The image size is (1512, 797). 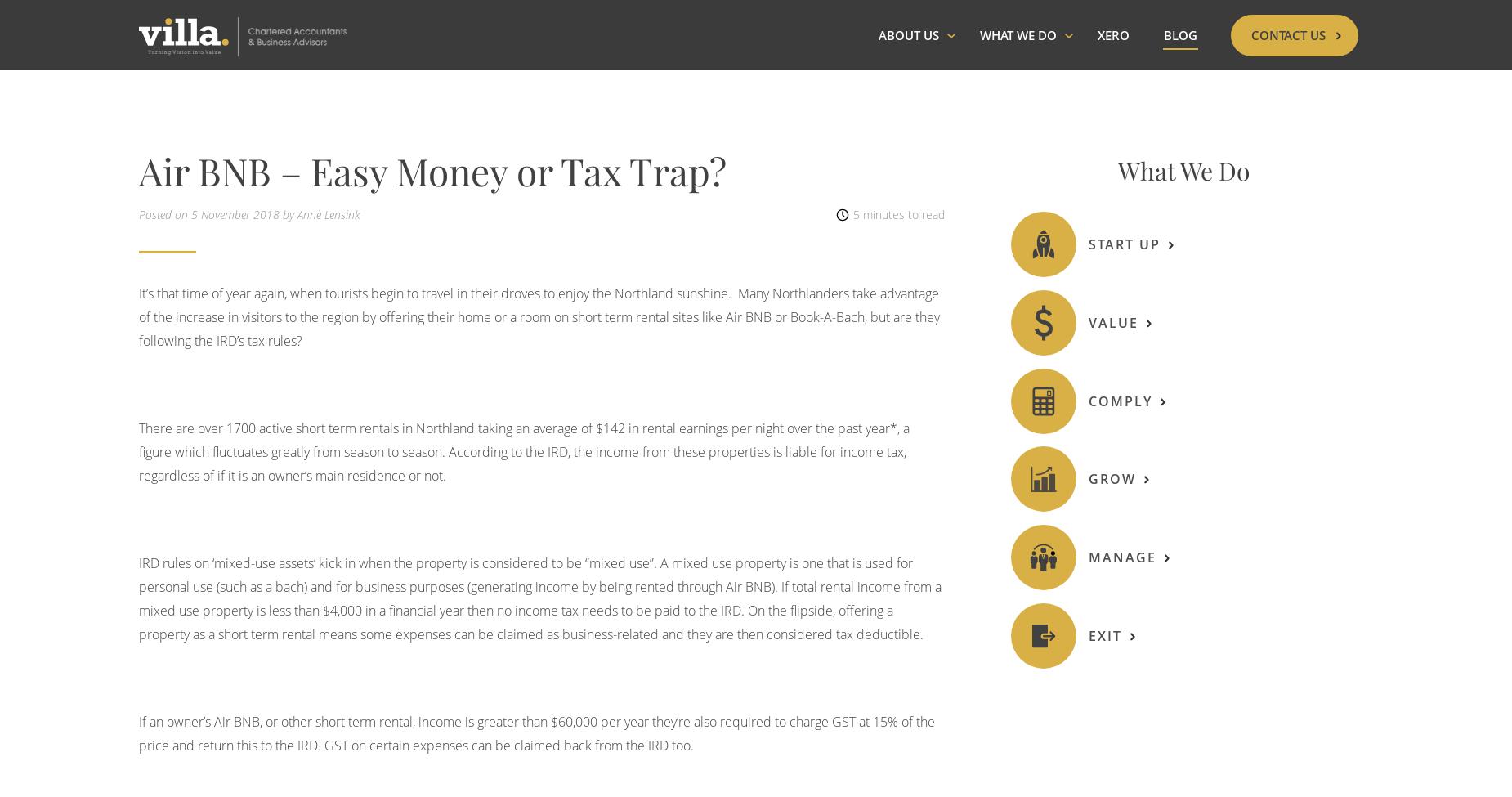 I want to click on '5 minutes to read', so click(x=898, y=213).